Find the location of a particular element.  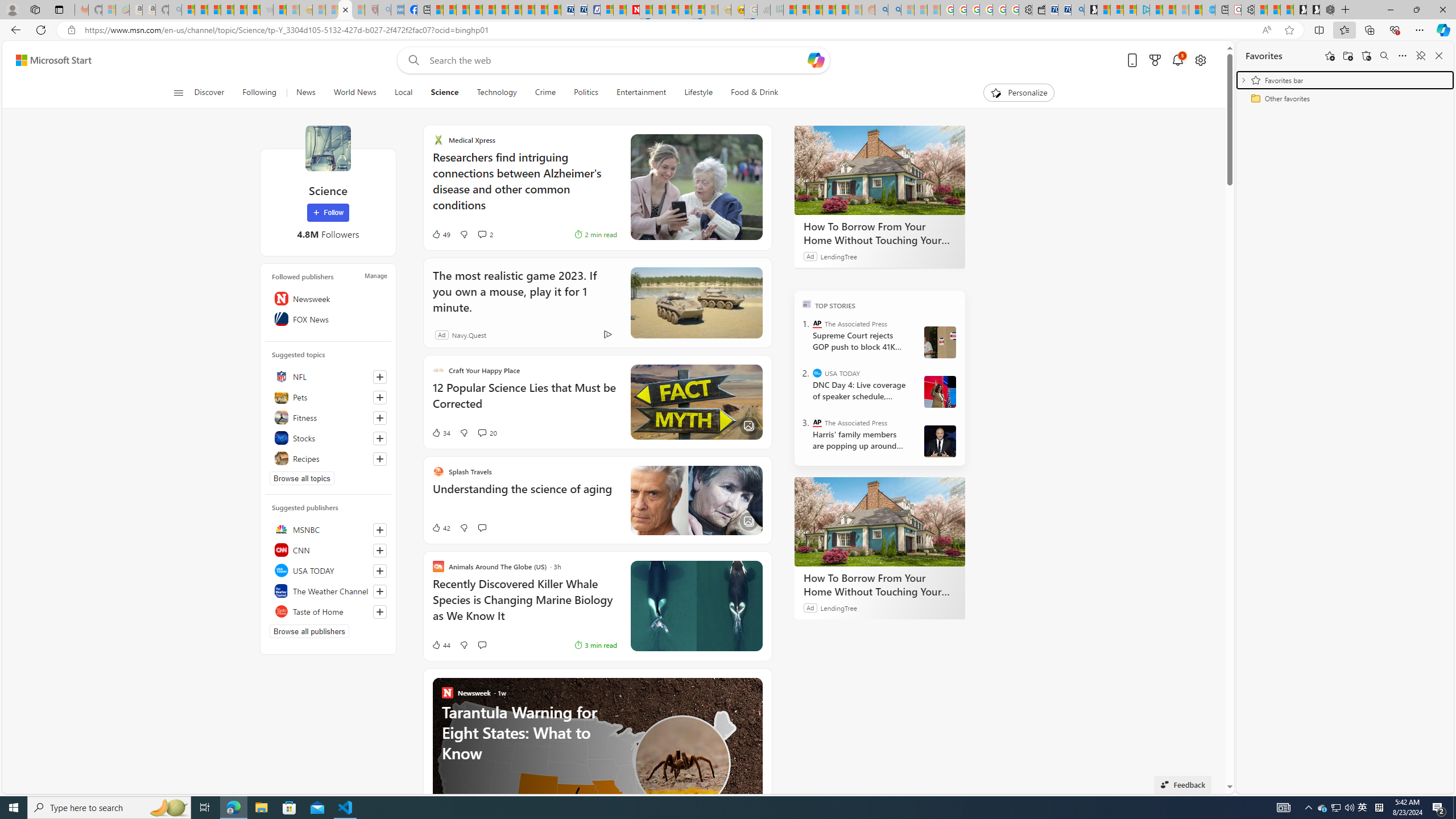

'Combat Siege - Sleeping' is located at coordinates (266, 9).